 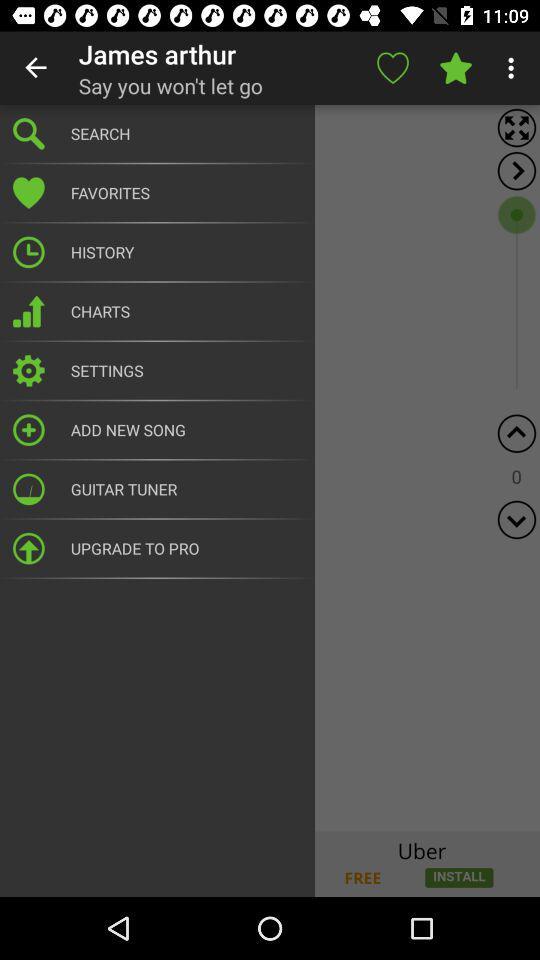 I want to click on fullscrceen, so click(x=516, y=127).